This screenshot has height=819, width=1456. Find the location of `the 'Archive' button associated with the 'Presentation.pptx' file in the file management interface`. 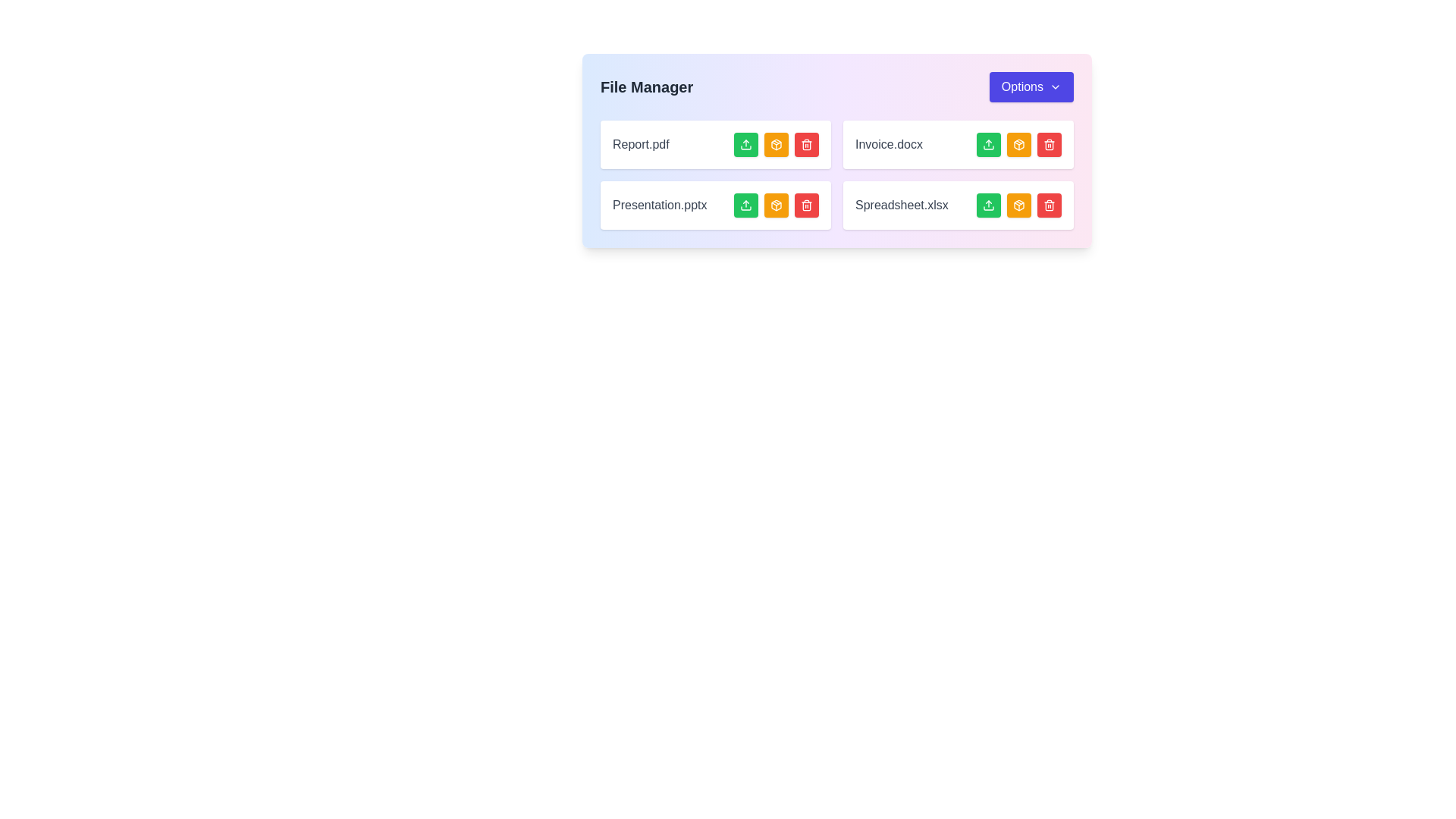

the 'Archive' button associated with the 'Presentation.pptx' file in the file management interface is located at coordinates (776, 205).